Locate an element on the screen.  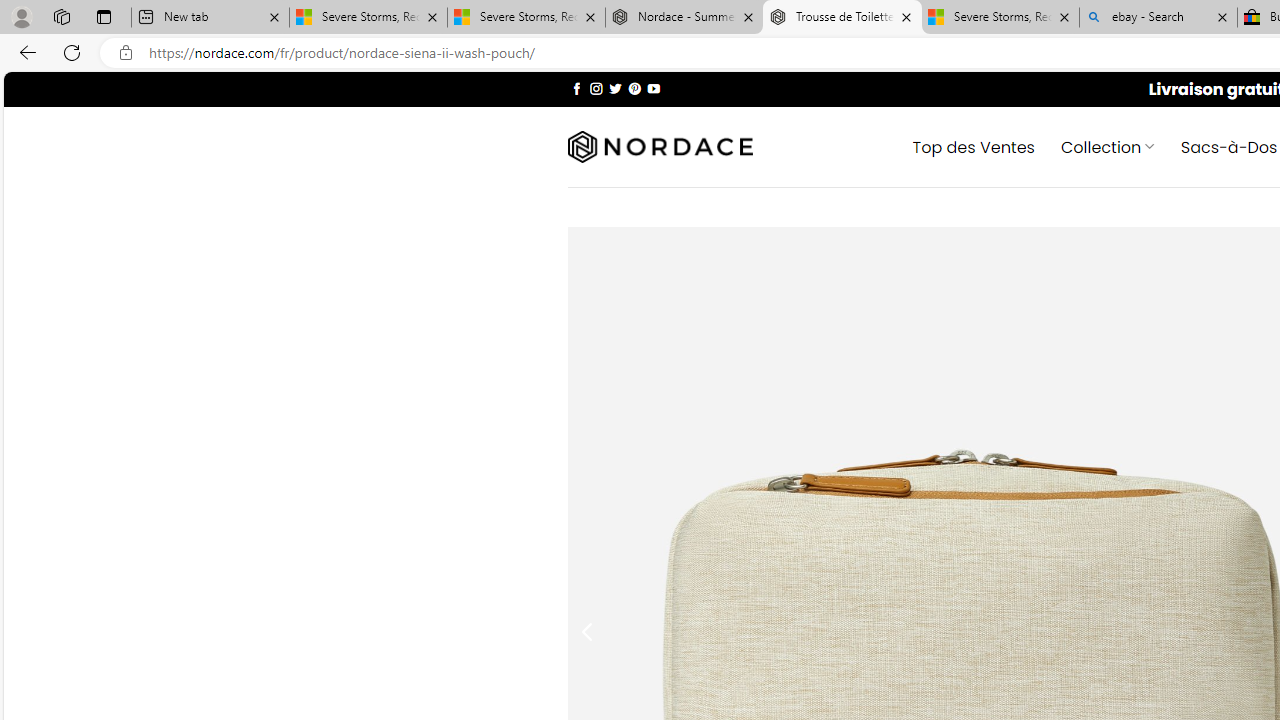
'  Top des Ventes' is located at coordinates (973, 145).